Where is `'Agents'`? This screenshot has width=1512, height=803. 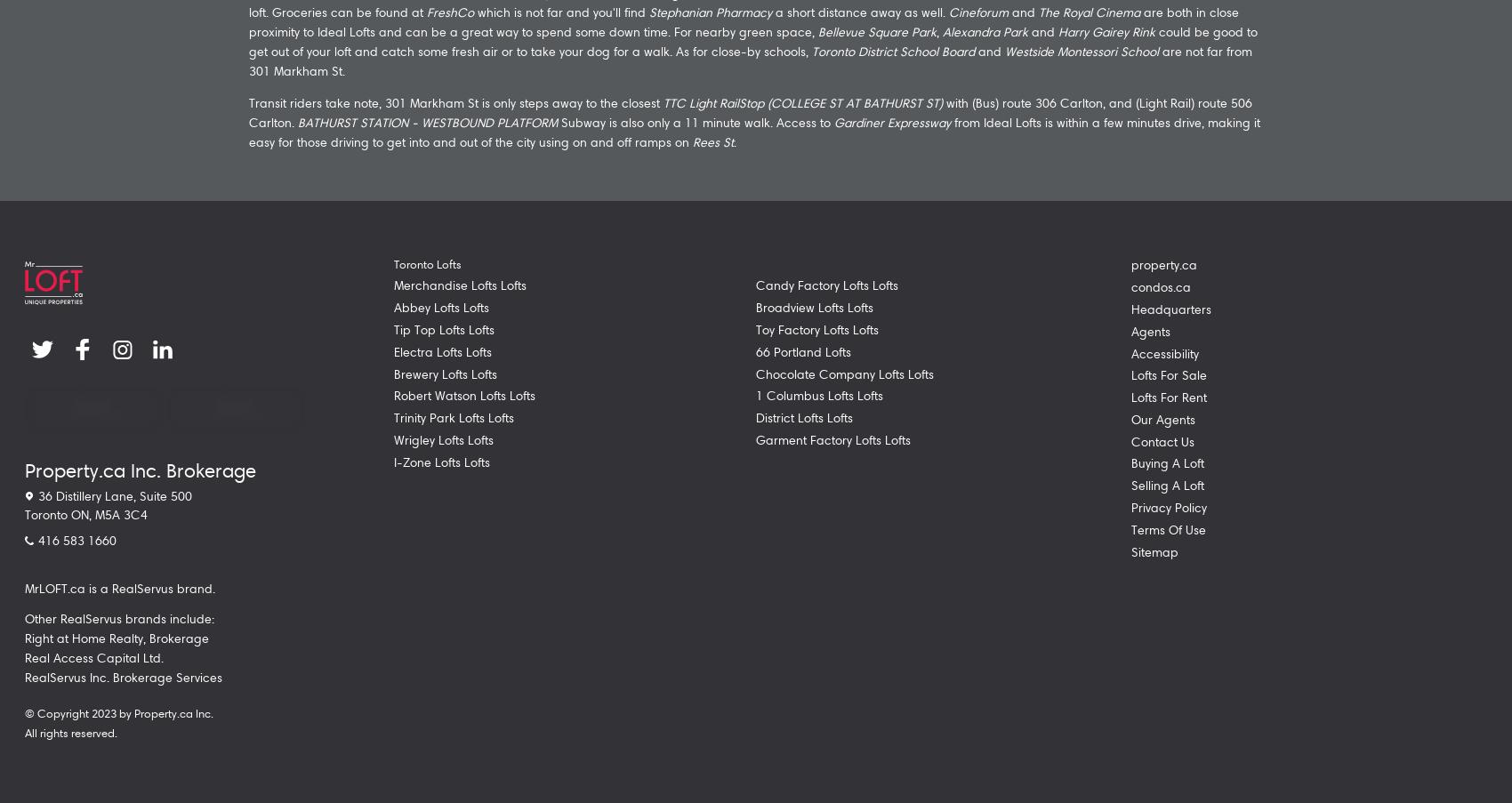 'Agents' is located at coordinates (1150, 331).